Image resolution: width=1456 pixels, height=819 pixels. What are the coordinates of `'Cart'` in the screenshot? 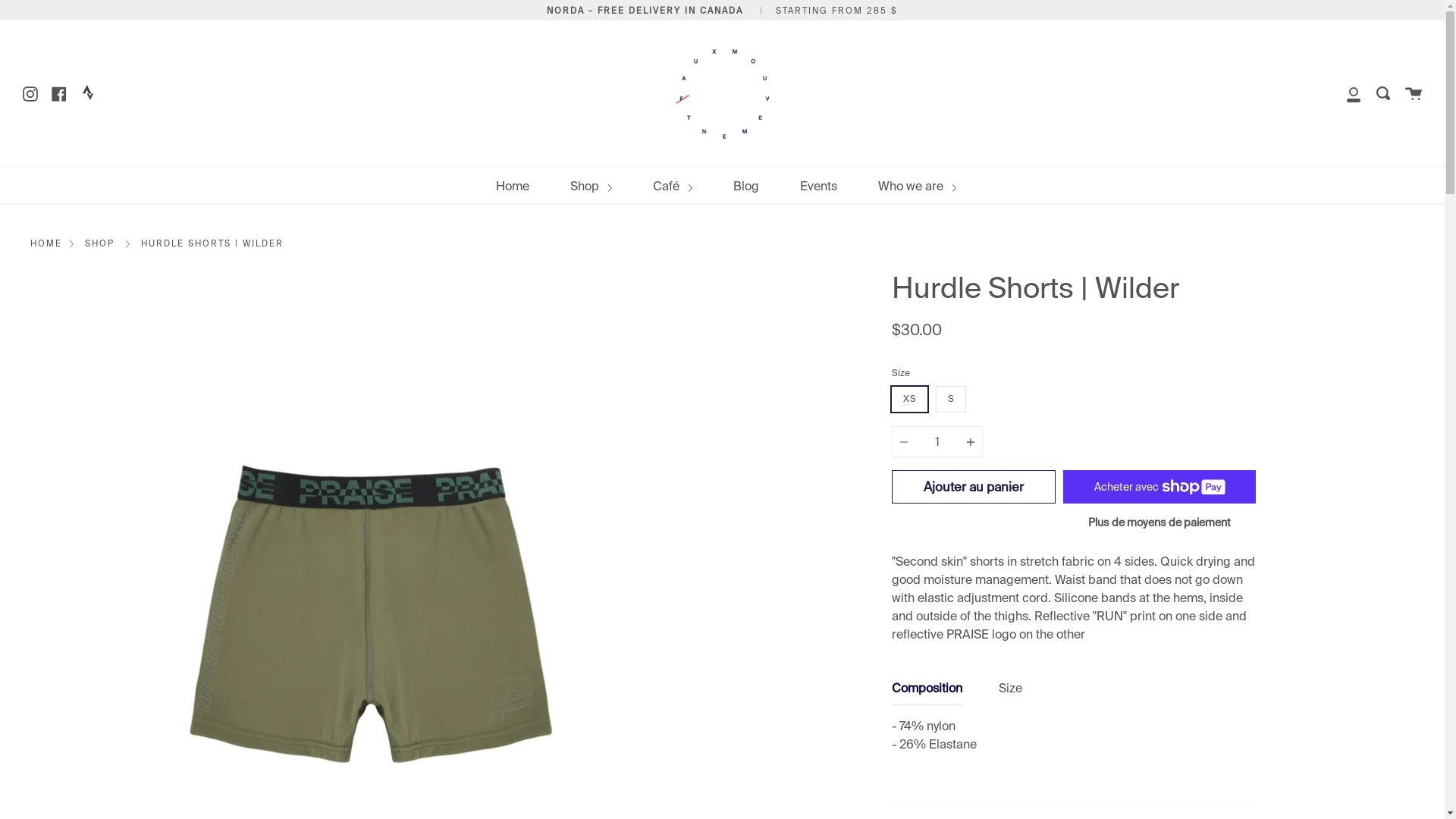 It's located at (1412, 93).